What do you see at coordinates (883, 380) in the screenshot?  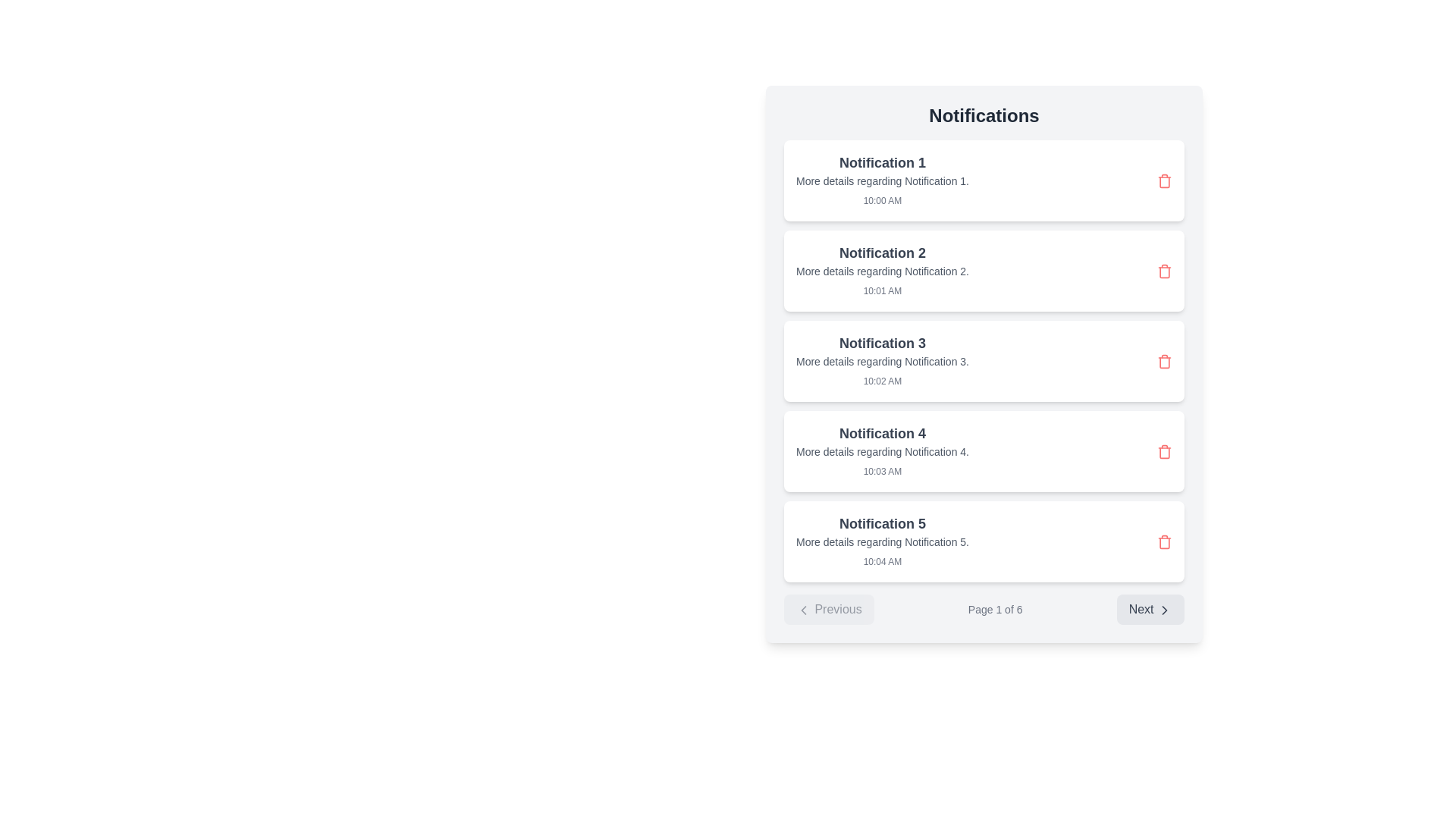 I see `the static text displaying '10:02 AM' located in the footer of the third notification item in the notification list` at bounding box center [883, 380].